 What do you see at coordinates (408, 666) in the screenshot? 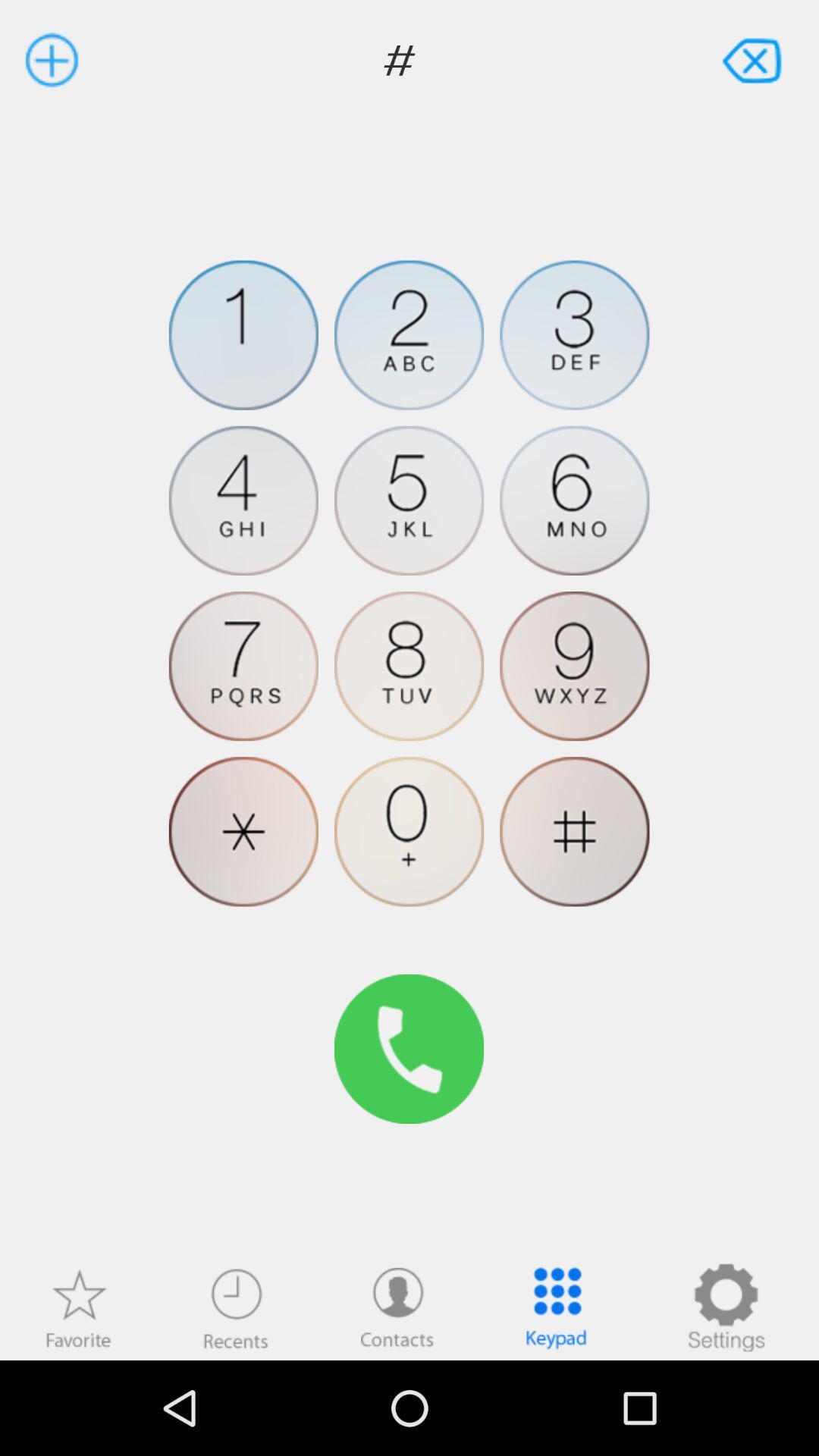
I see `dial 8` at bounding box center [408, 666].